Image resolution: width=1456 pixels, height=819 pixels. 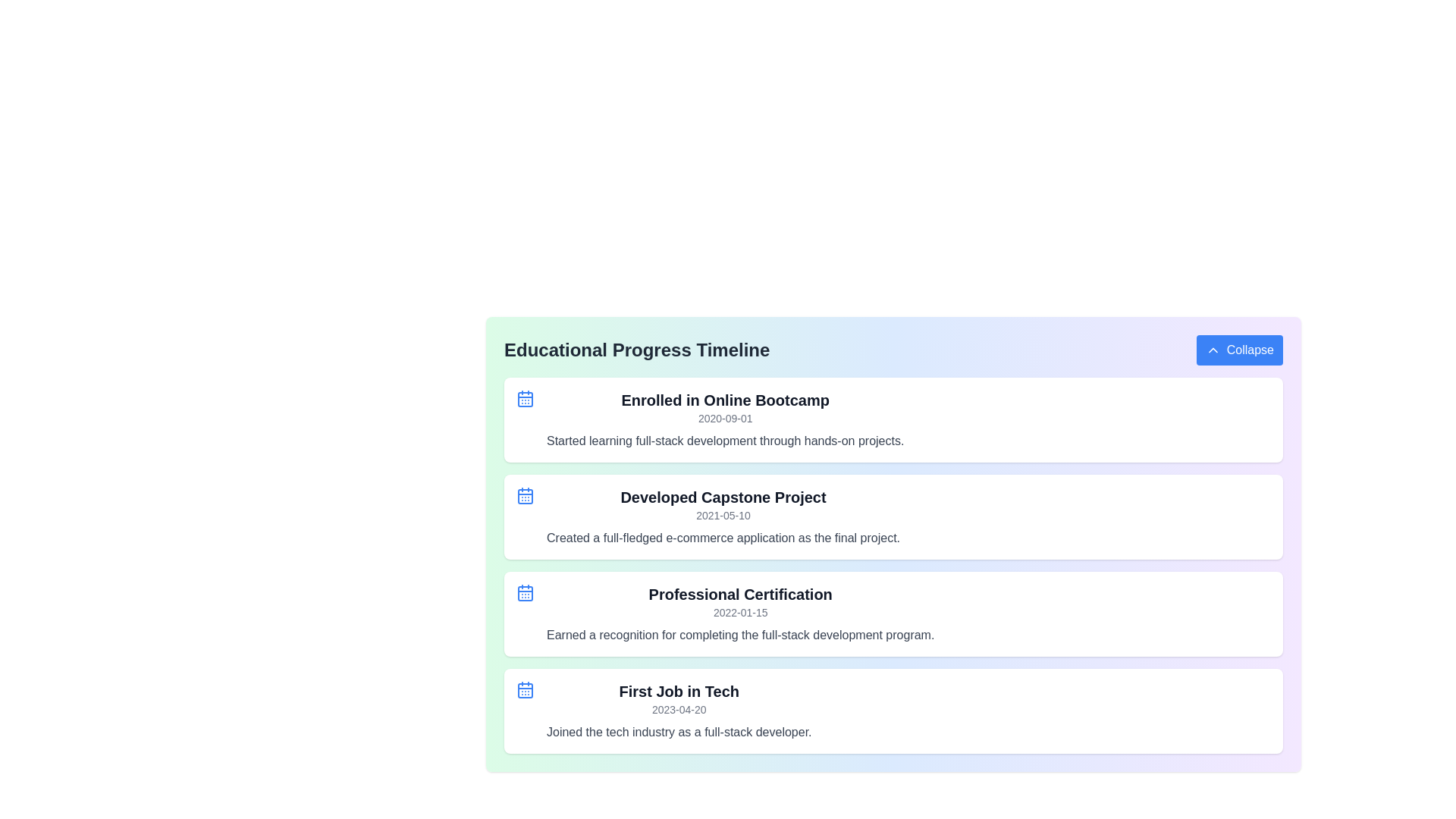 What do you see at coordinates (678, 711) in the screenshot?
I see `timeline entry titled 'First Job in Tech' which includes the date '2023-04-20' and the description 'Joined the tech industry as a full-stack developer.' This entry is located in the fourth section of the 'Educational Progress Timeline'` at bounding box center [678, 711].